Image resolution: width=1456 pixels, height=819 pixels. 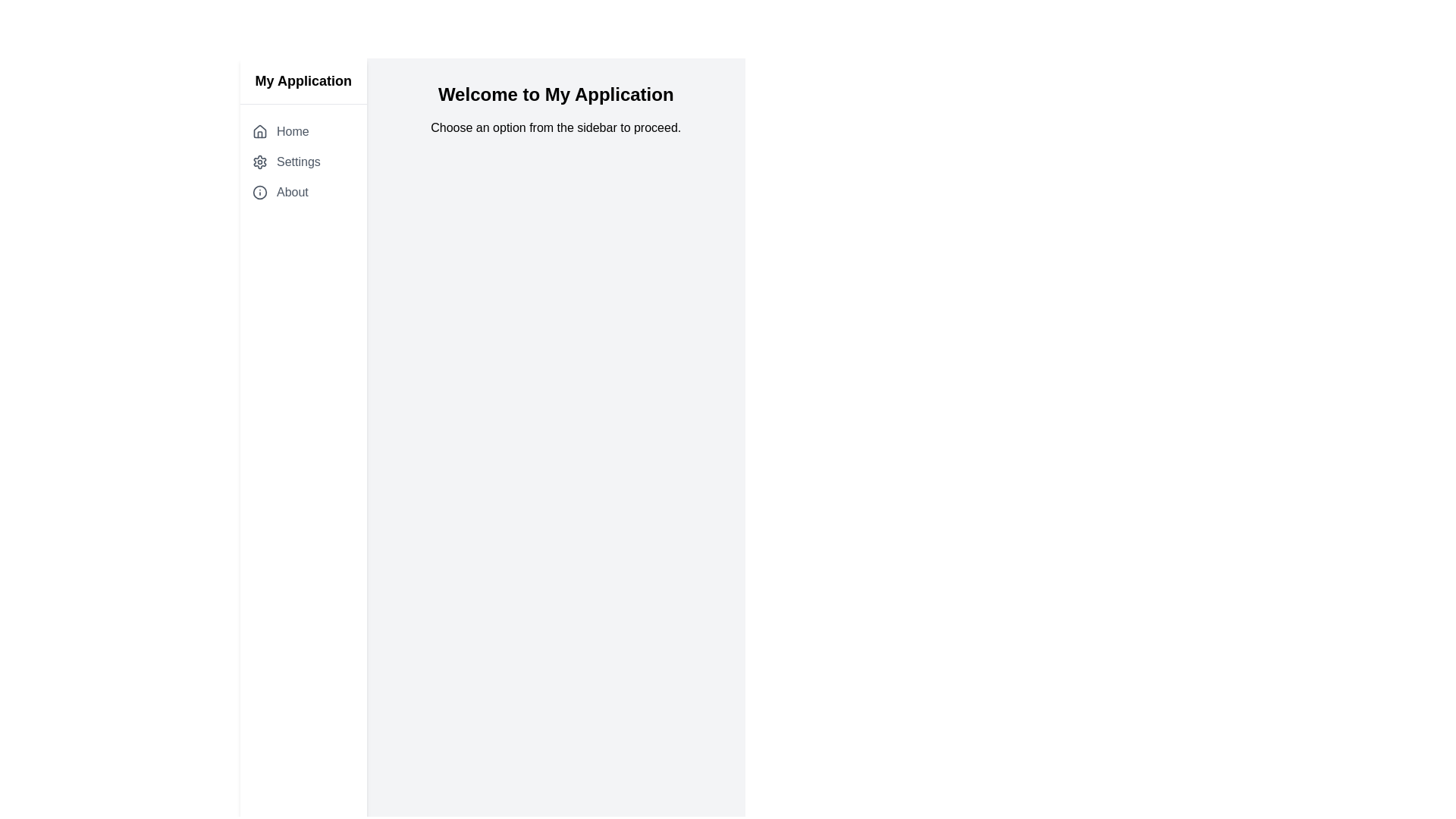 What do you see at coordinates (555, 94) in the screenshot?
I see `static text header that says 'Welcome to My Application.' It is a bold and prominently displayed title at the top of the content area` at bounding box center [555, 94].